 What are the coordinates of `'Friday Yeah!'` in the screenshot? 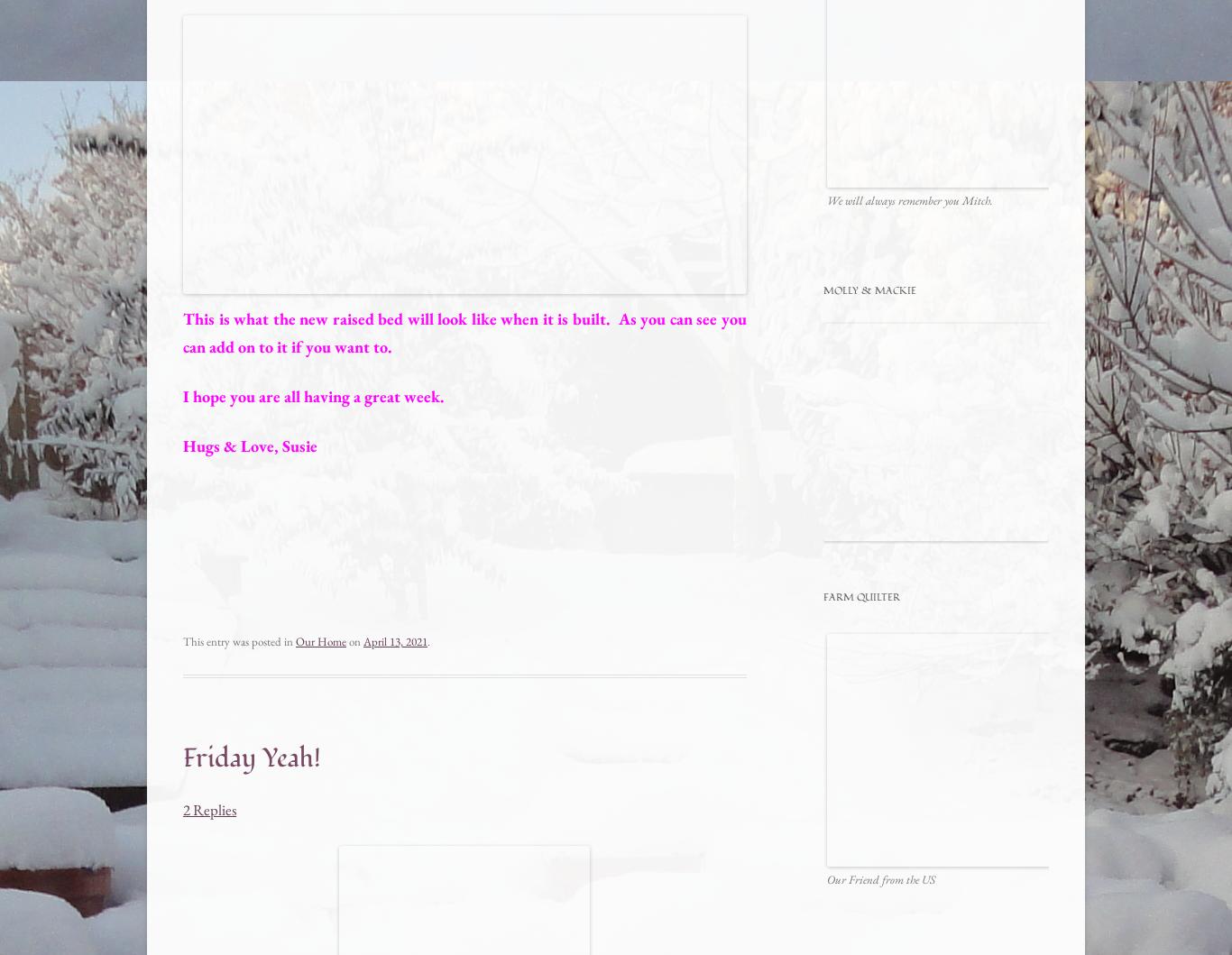 It's located at (181, 757).